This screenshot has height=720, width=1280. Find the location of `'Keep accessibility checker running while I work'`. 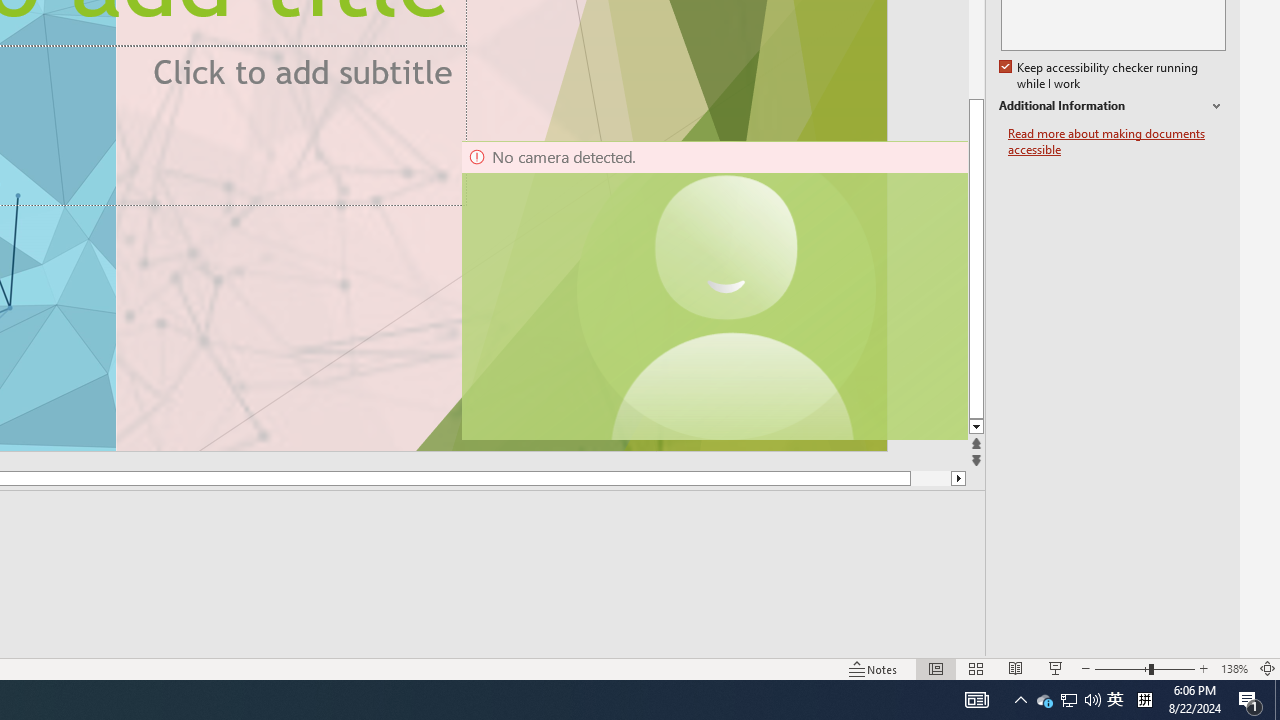

'Keep accessibility checker running while I work' is located at coordinates (1099, 75).